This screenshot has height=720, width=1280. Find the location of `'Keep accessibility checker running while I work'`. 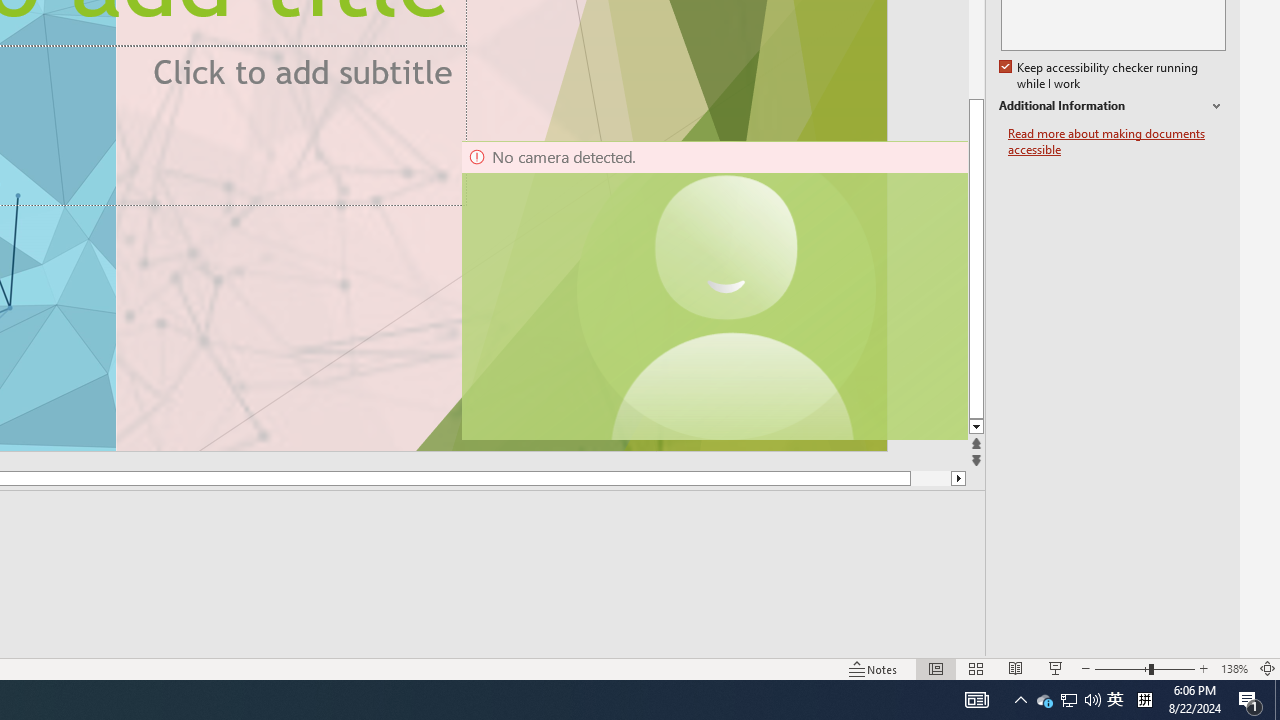

'Keep accessibility checker running while I work' is located at coordinates (1099, 75).